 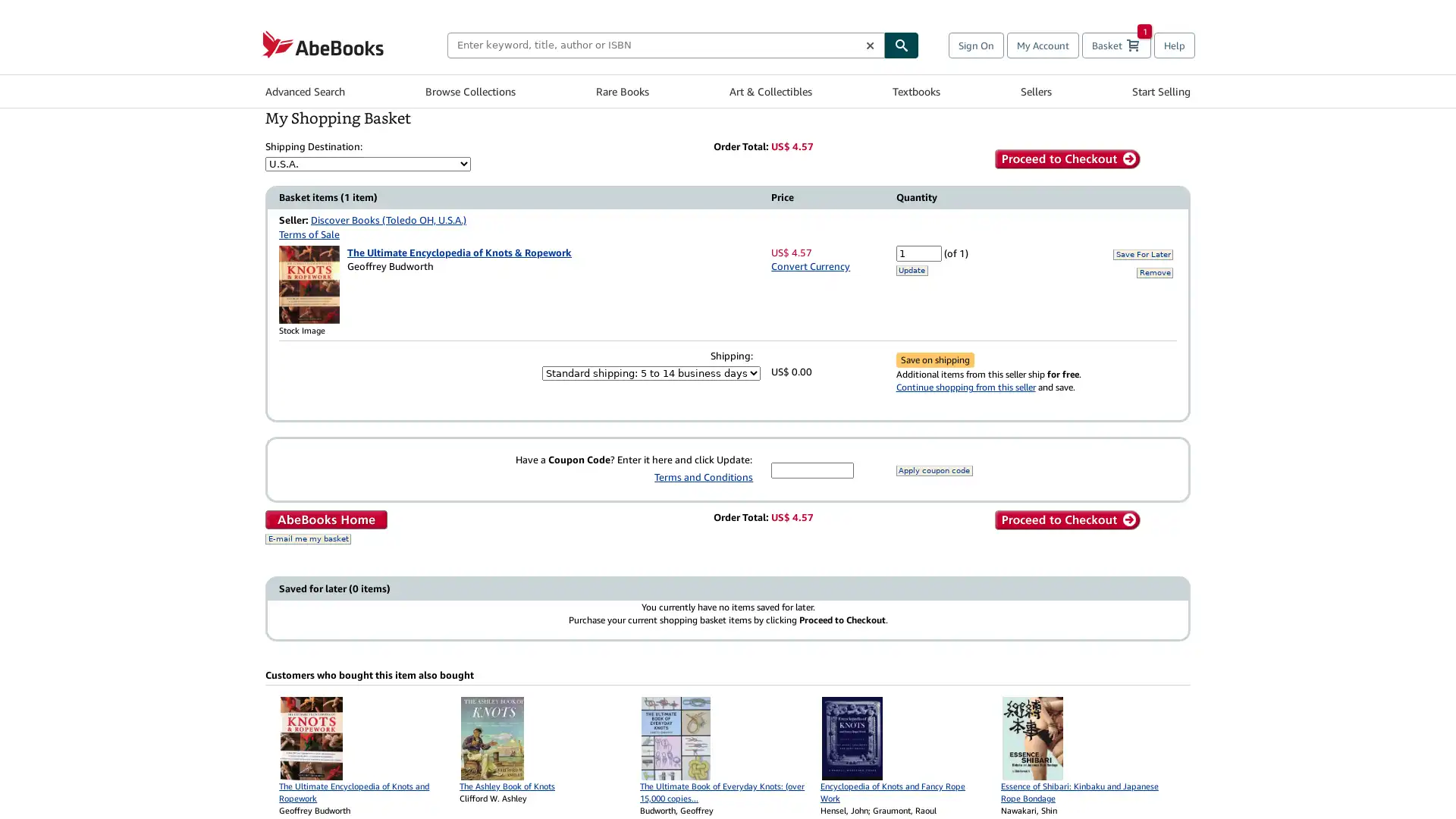 I want to click on Apply quantity update, so click(x=910, y=268).